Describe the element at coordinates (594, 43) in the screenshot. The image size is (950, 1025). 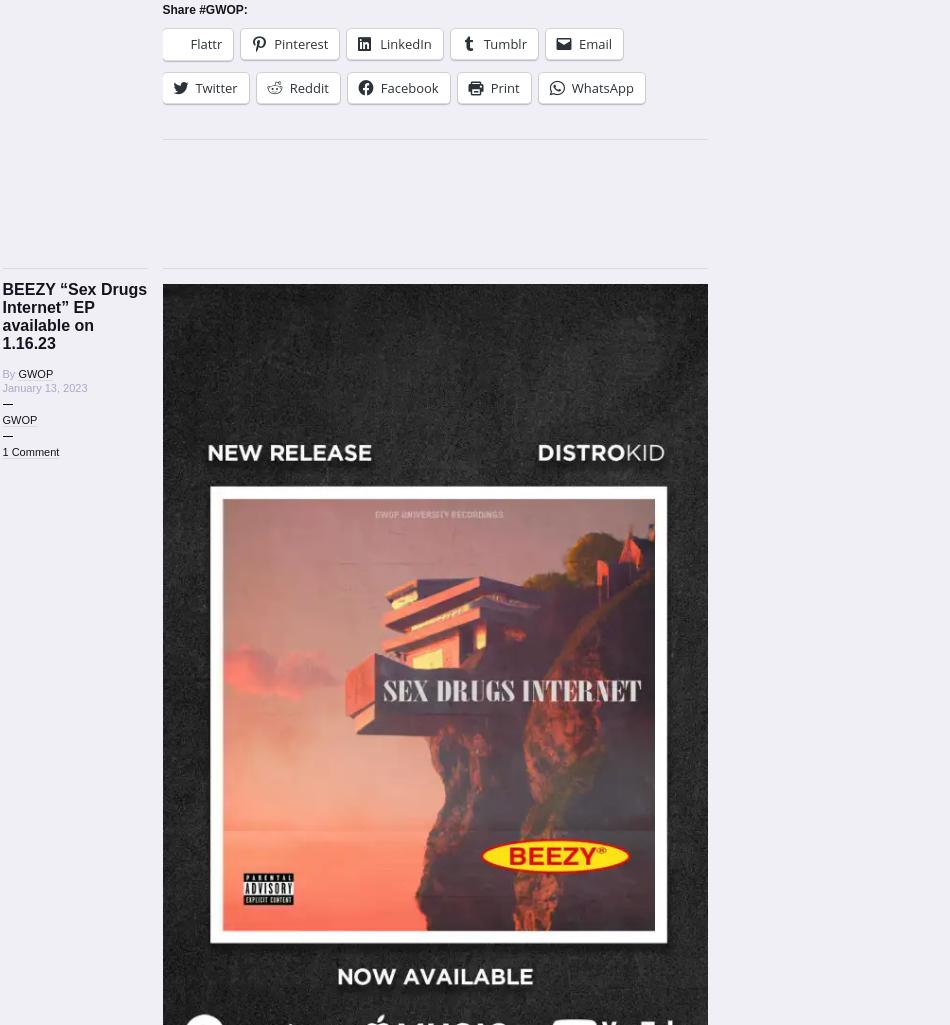
I see `'Email'` at that location.